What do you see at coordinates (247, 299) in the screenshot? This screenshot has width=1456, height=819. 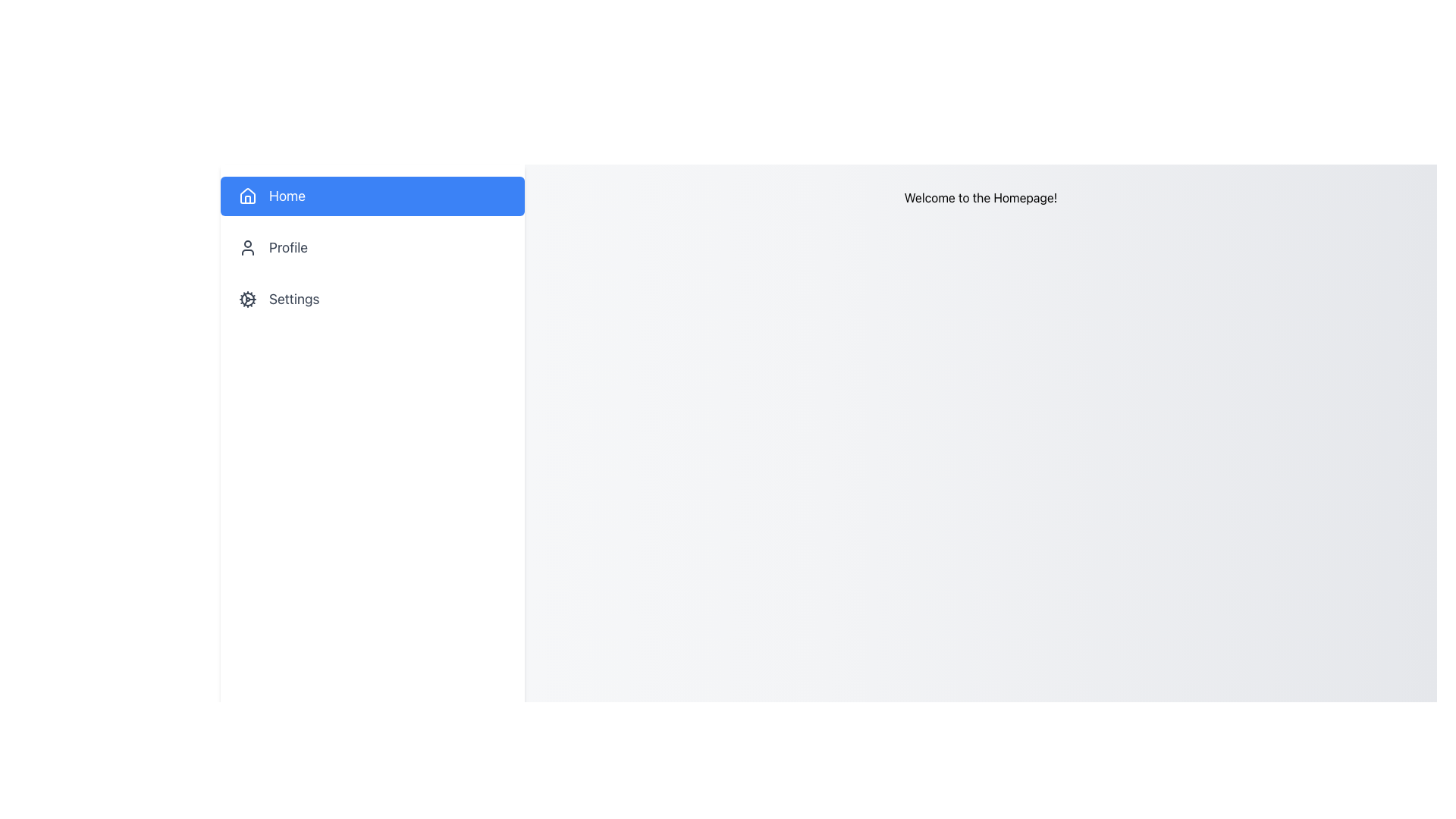 I see `the 'Settings' icon located in the sidebar on the left, positioned below the 'Profile' menu item` at bounding box center [247, 299].